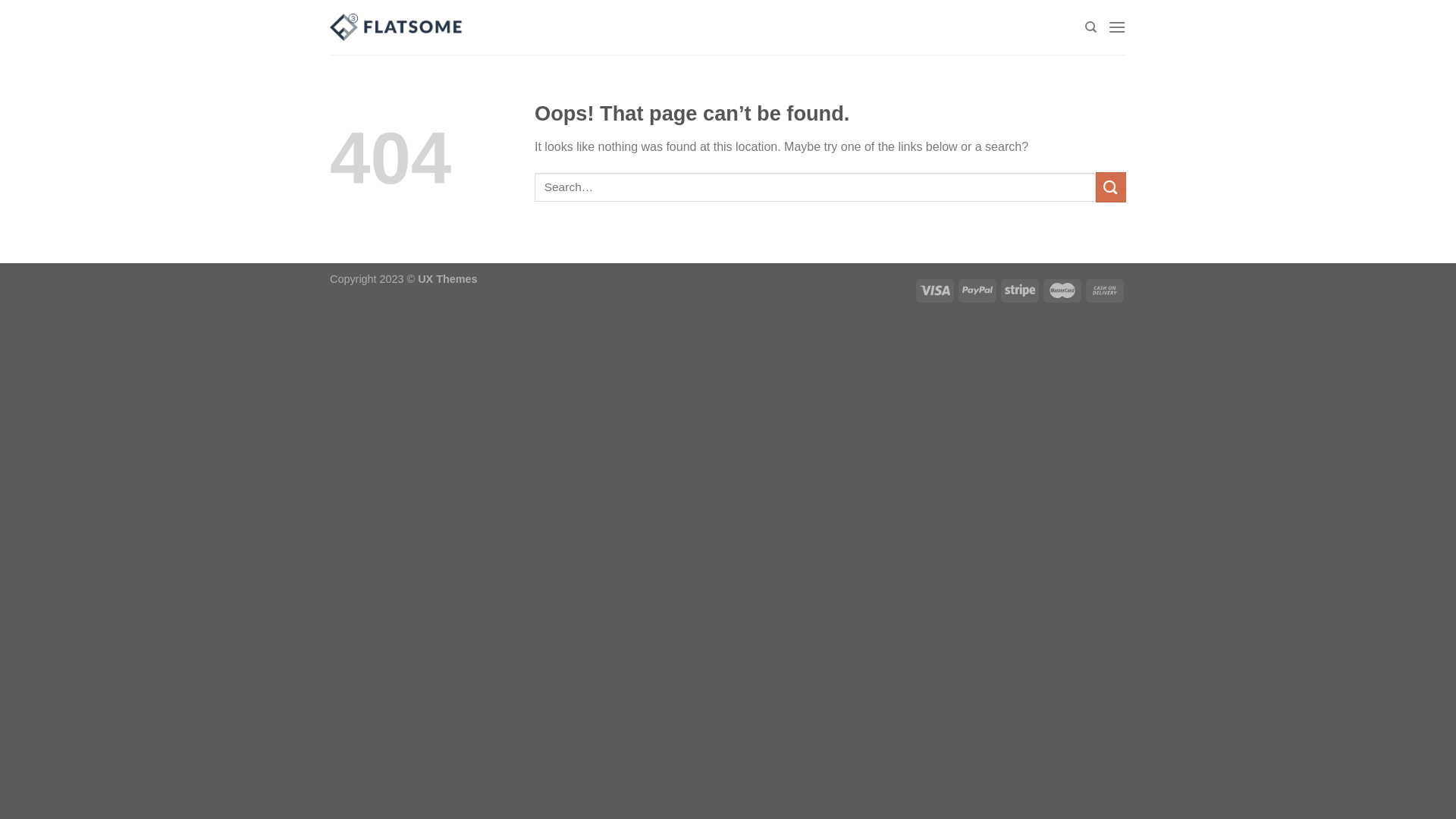  What do you see at coordinates (0, 0) in the screenshot?
I see `'Skip to content'` at bounding box center [0, 0].